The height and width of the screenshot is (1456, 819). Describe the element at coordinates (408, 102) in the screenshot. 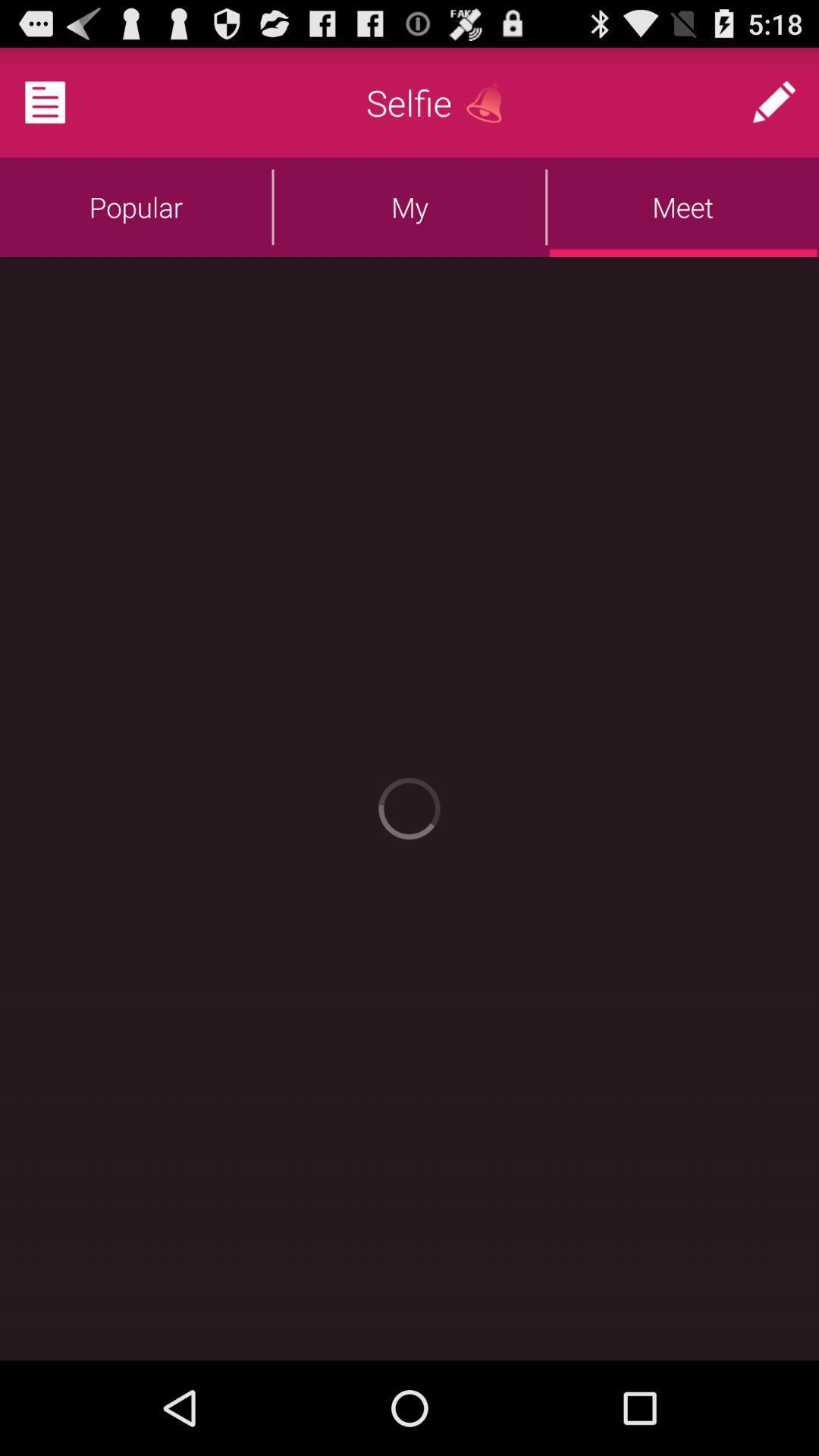

I see `app above the my icon` at that location.